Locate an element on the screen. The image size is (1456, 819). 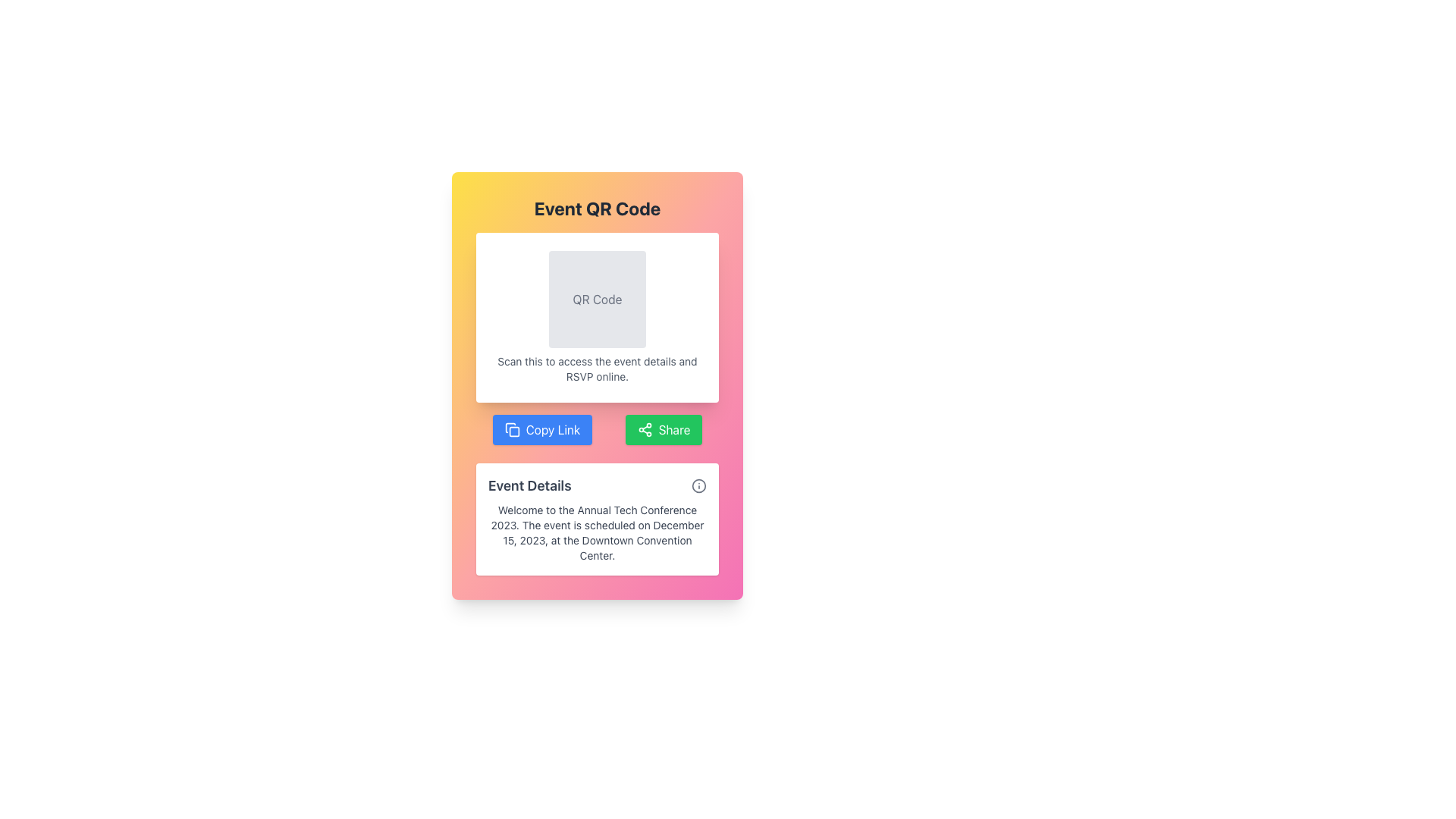
the small circular icon with a gray border located to the right of the 'Event Details' header is located at coordinates (698, 485).